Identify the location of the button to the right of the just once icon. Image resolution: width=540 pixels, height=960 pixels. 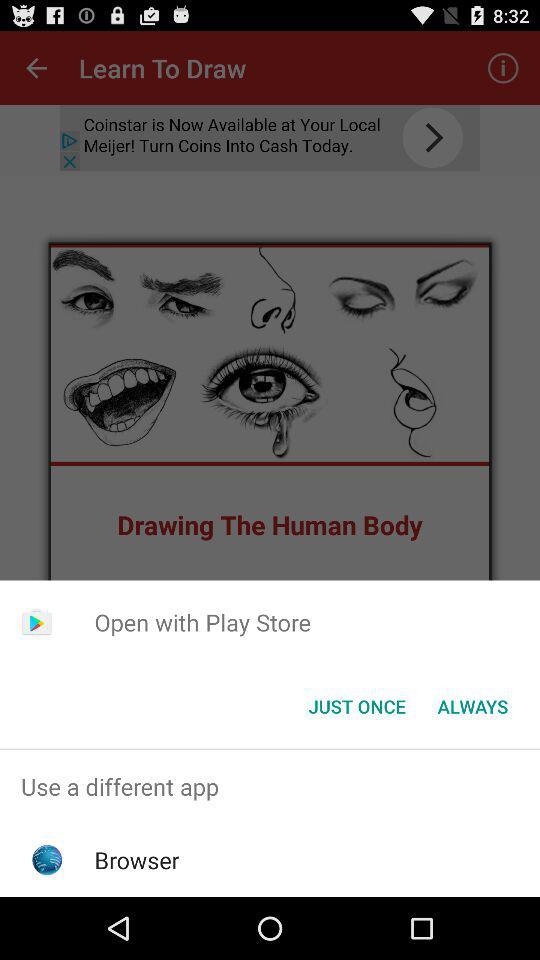
(472, 706).